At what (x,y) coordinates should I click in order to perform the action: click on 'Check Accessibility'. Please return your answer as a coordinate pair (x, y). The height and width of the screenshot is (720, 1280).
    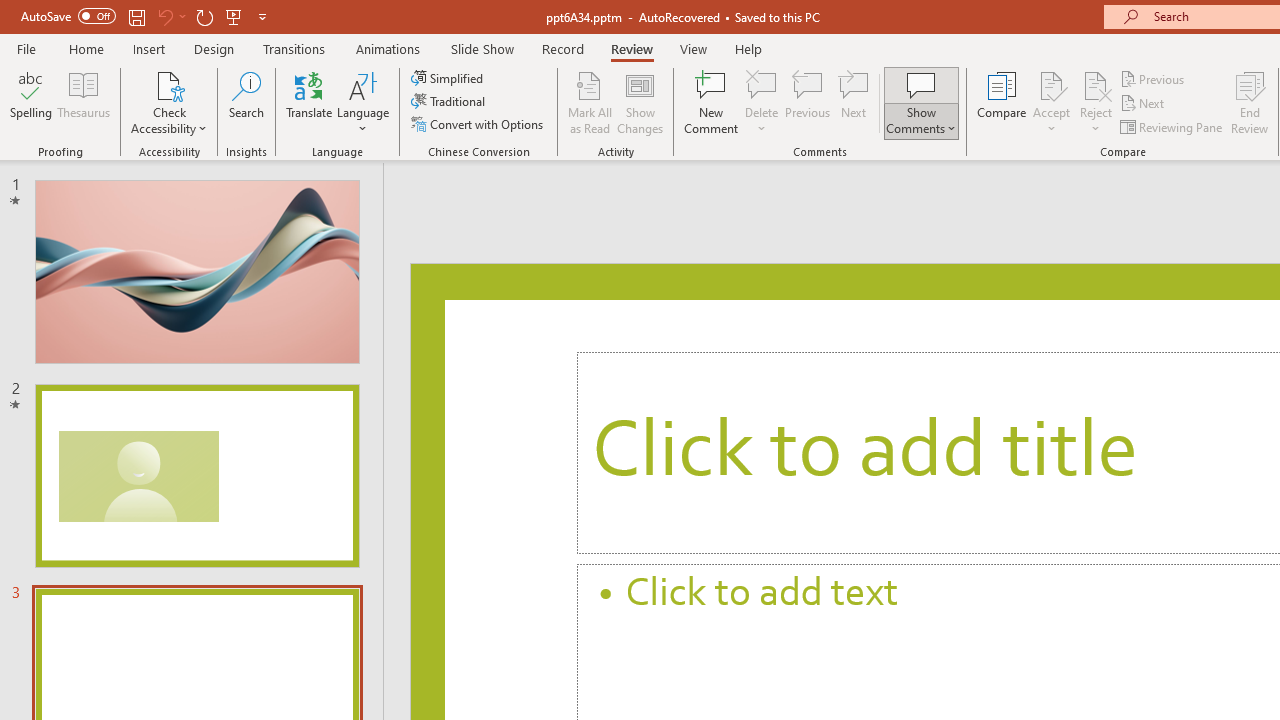
    Looking at the image, I should click on (169, 84).